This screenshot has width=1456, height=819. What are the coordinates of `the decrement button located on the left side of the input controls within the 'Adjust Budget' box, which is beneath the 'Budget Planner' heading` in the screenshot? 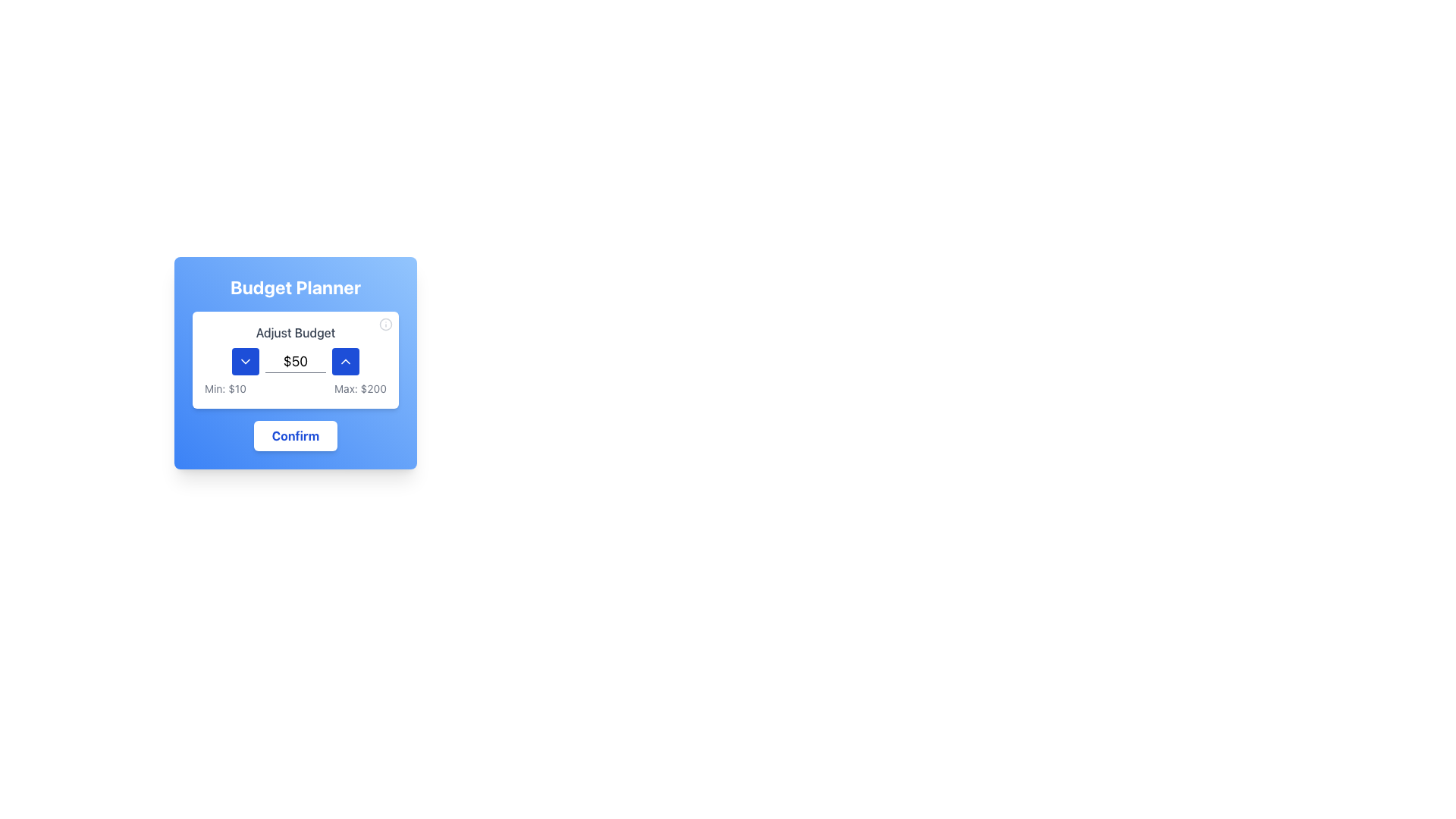 It's located at (246, 362).